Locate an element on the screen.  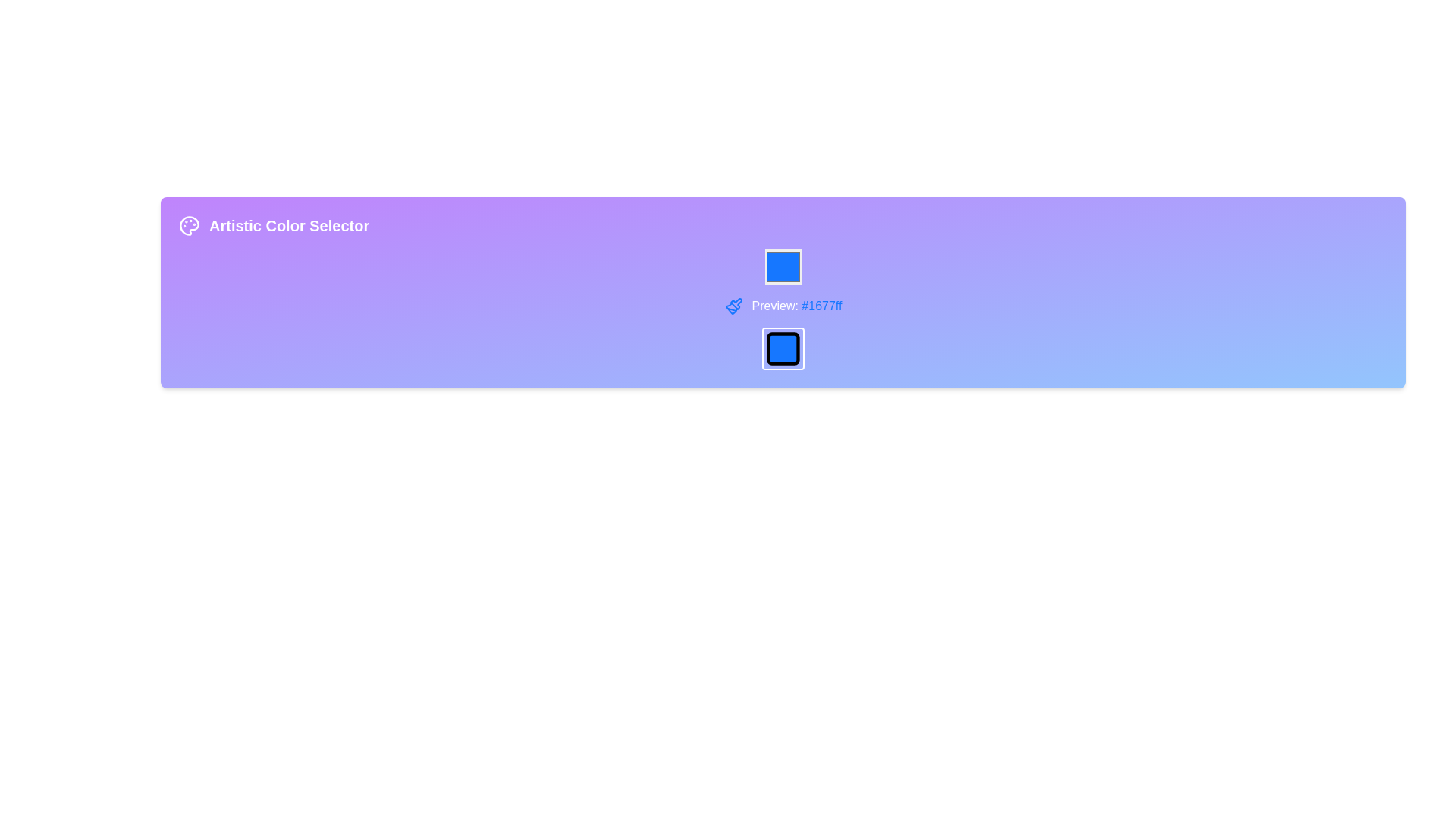
the text component displaying 'Preview: #1677ff' located towards the center-right of the interface, styled with white 'Preview:' and blue '#1677ff' is located at coordinates (796, 306).